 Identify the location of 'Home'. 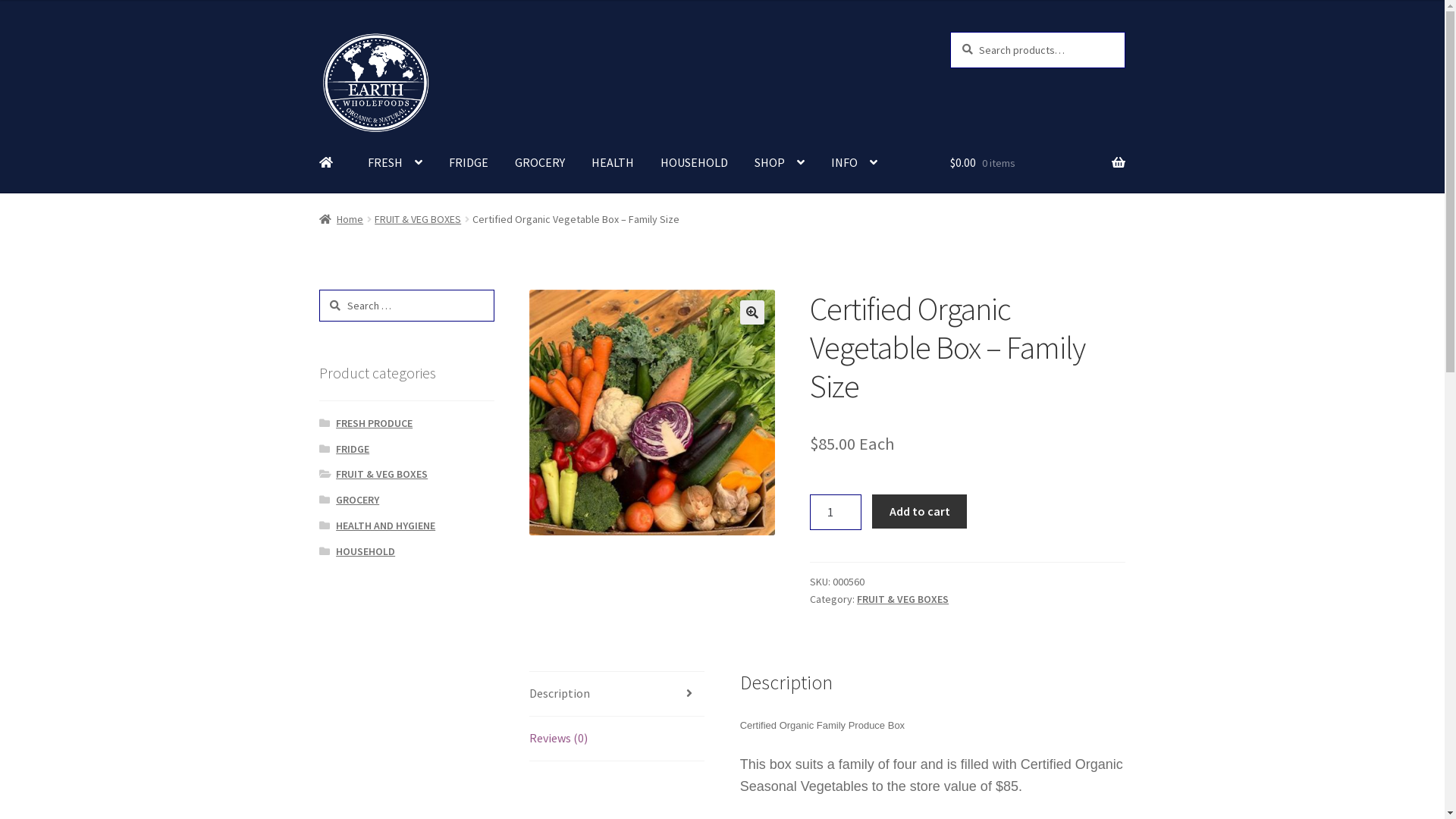
(340, 219).